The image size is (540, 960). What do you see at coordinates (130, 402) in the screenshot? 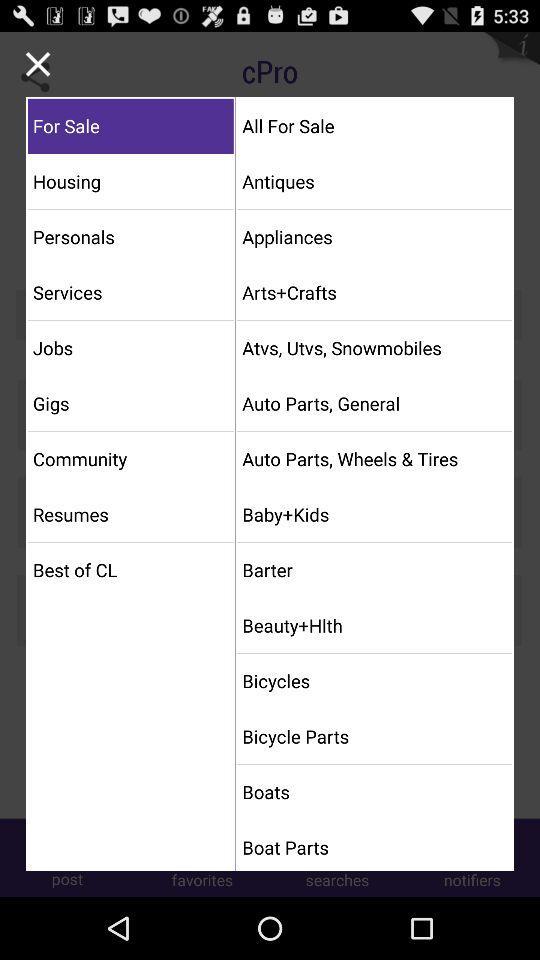
I see `app below jobs app` at bounding box center [130, 402].